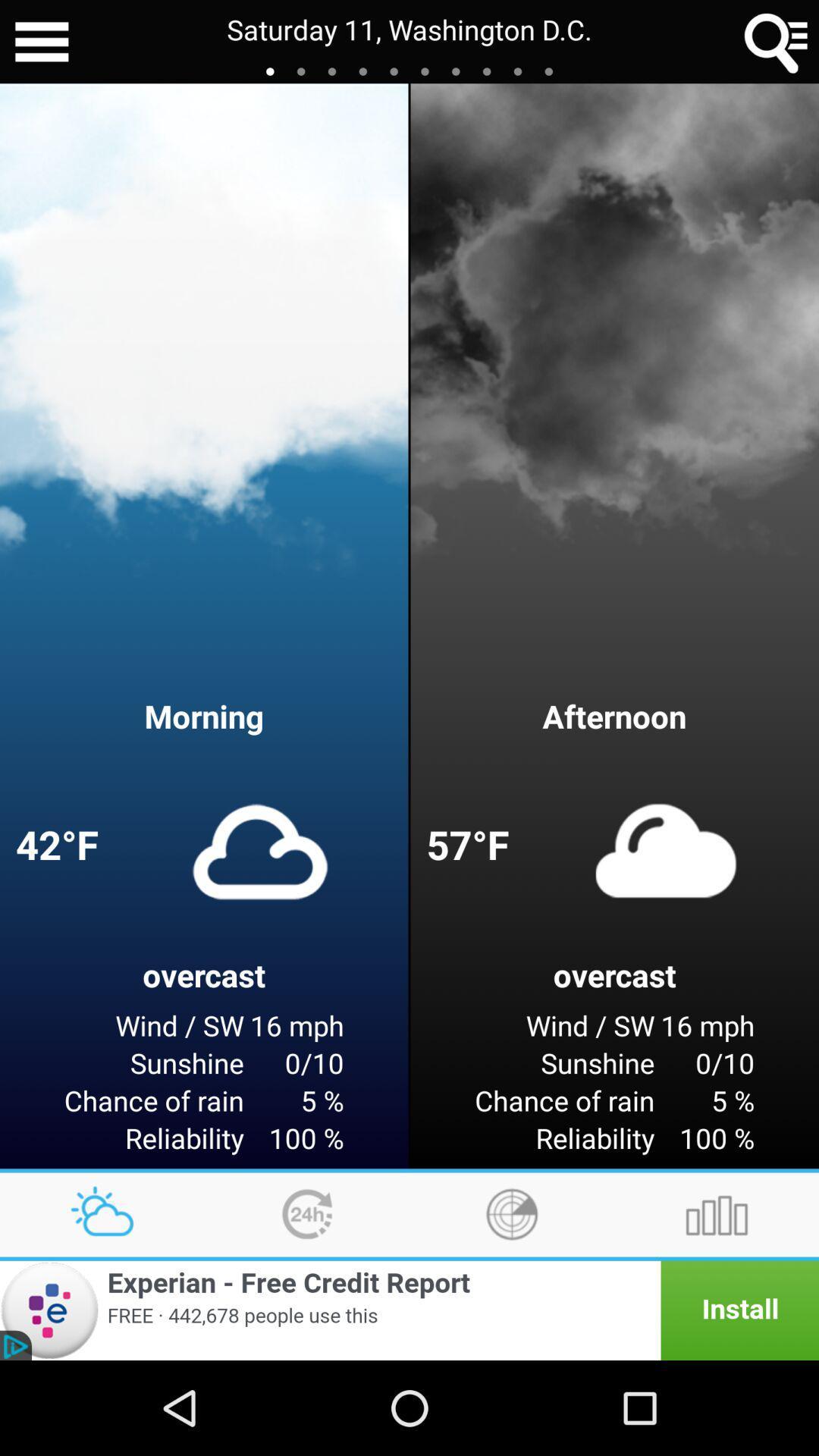 This screenshot has height=1456, width=819. Describe the element at coordinates (409, 1310) in the screenshot. I see `an advertisement` at that location.